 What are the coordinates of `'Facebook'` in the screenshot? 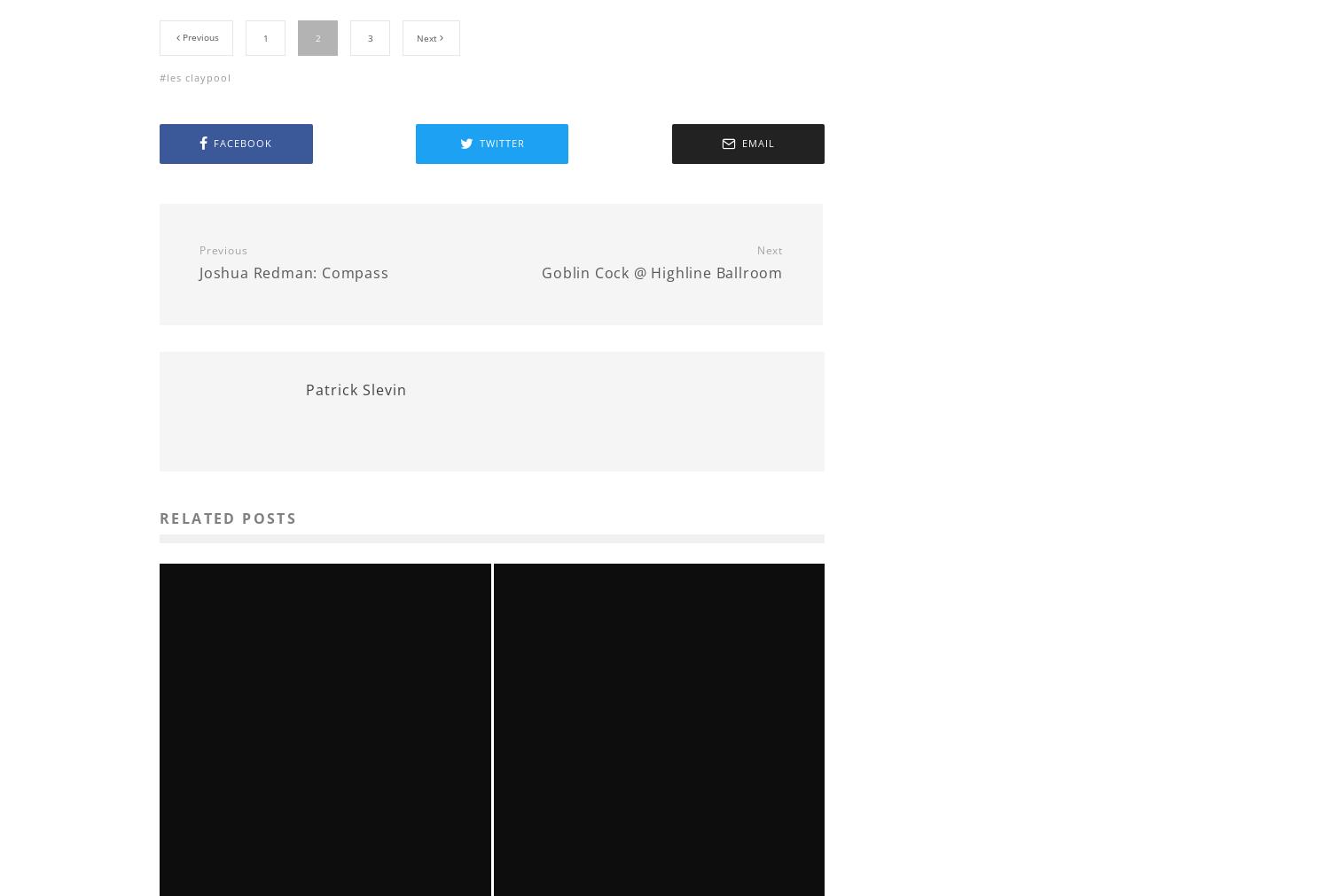 It's located at (243, 141).